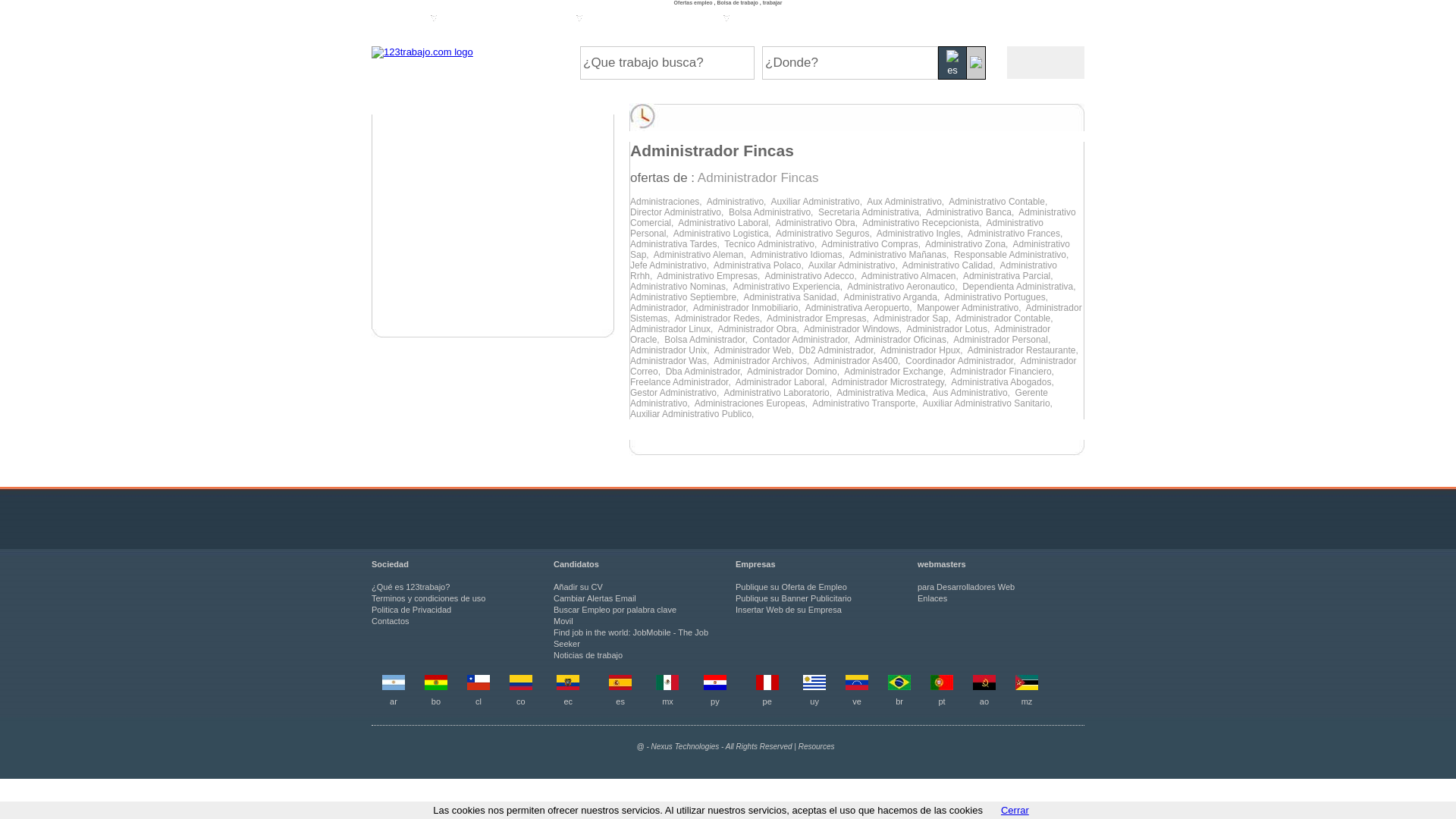 This screenshot has width=1456, height=819. Describe the element at coordinates (923, 350) in the screenshot. I see `'Administrador Hpux, '` at that location.